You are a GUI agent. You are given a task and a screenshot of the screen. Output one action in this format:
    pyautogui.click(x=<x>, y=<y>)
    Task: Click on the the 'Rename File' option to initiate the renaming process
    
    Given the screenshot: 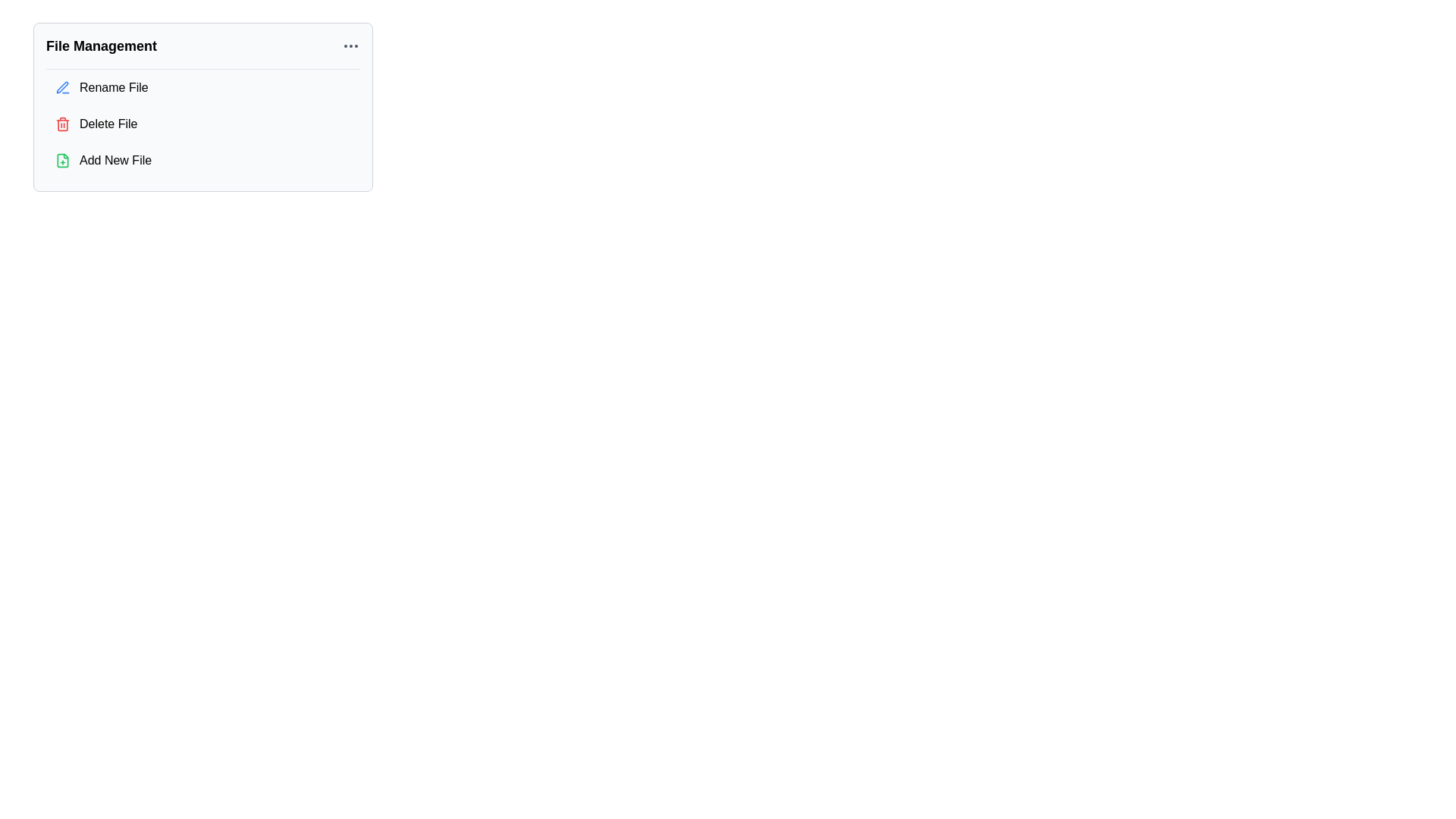 What is the action you would take?
    pyautogui.click(x=202, y=87)
    